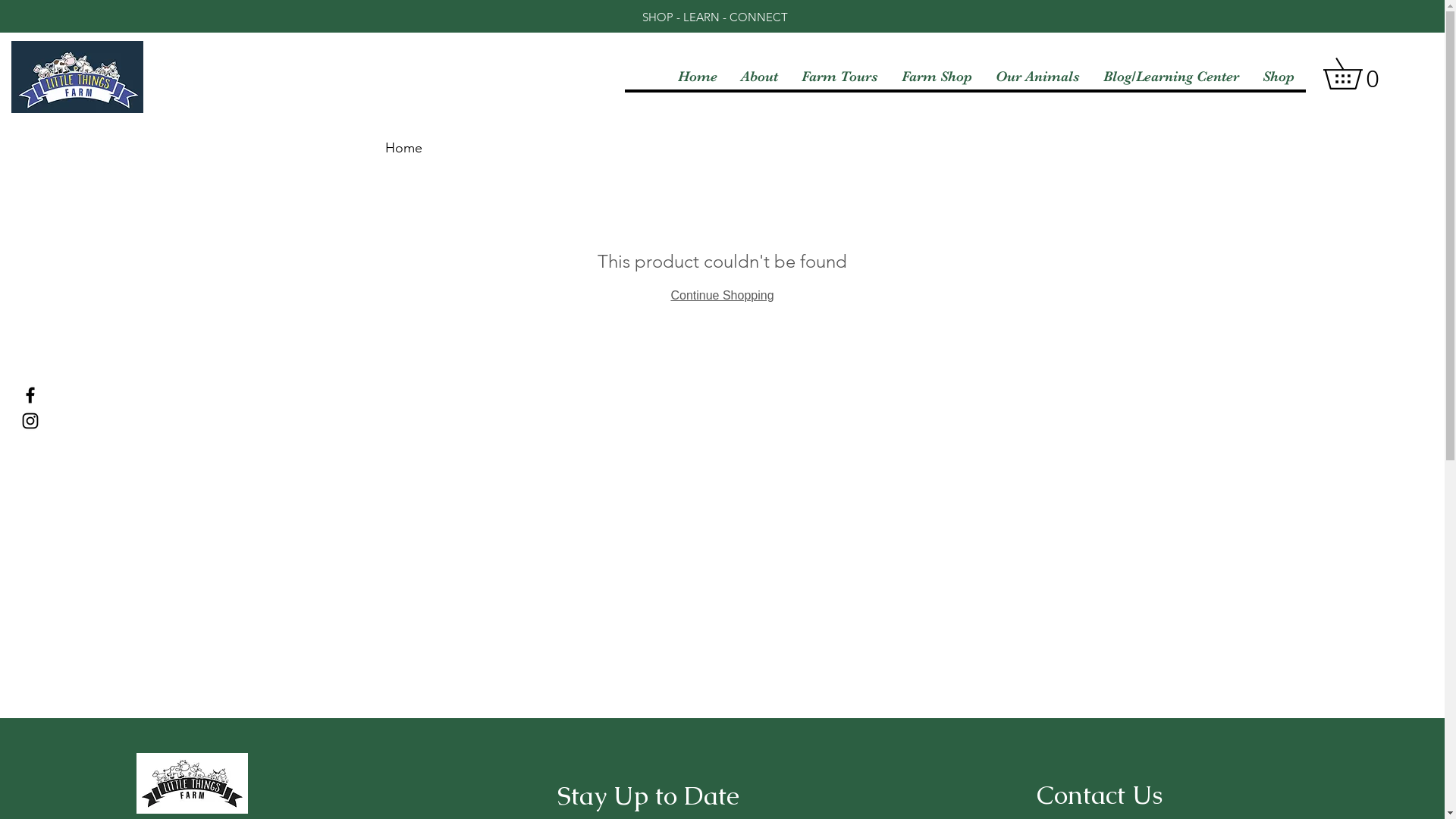  What do you see at coordinates (1037, 76) in the screenshot?
I see `'Our Animals'` at bounding box center [1037, 76].